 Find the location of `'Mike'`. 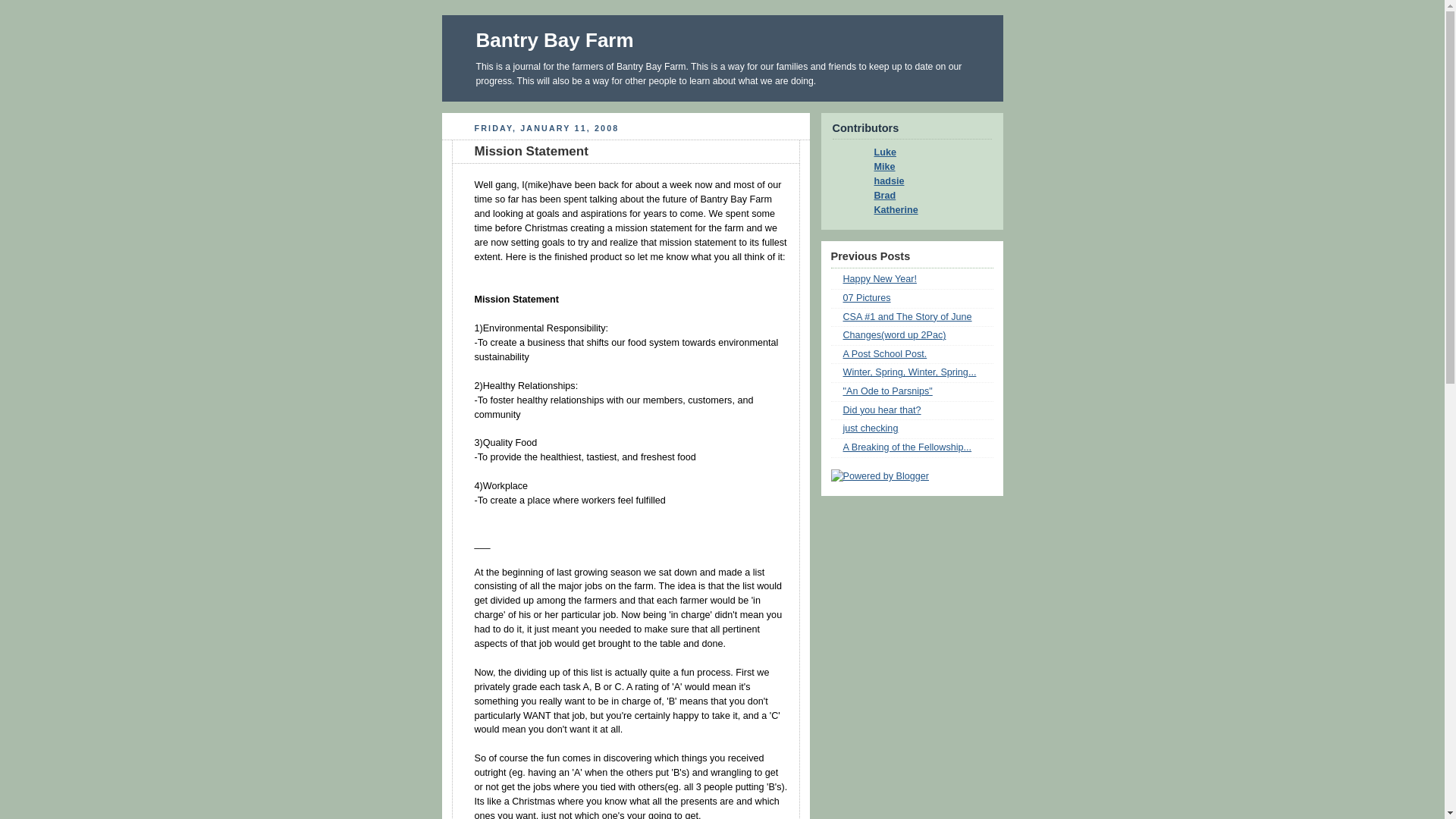

'Mike' is located at coordinates (879, 166).